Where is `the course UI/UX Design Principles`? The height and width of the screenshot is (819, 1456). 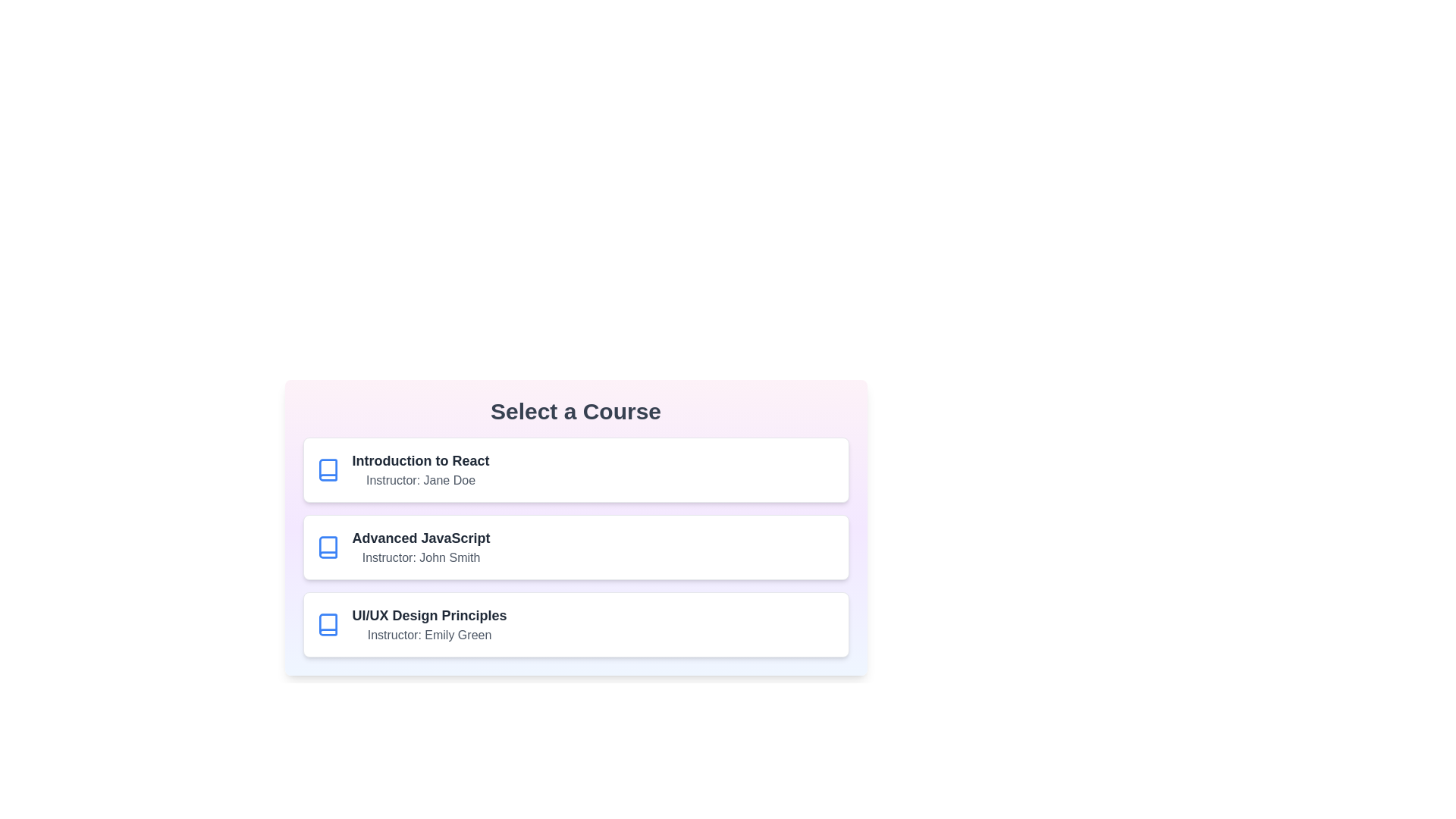 the course UI/UX Design Principles is located at coordinates (575, 625).